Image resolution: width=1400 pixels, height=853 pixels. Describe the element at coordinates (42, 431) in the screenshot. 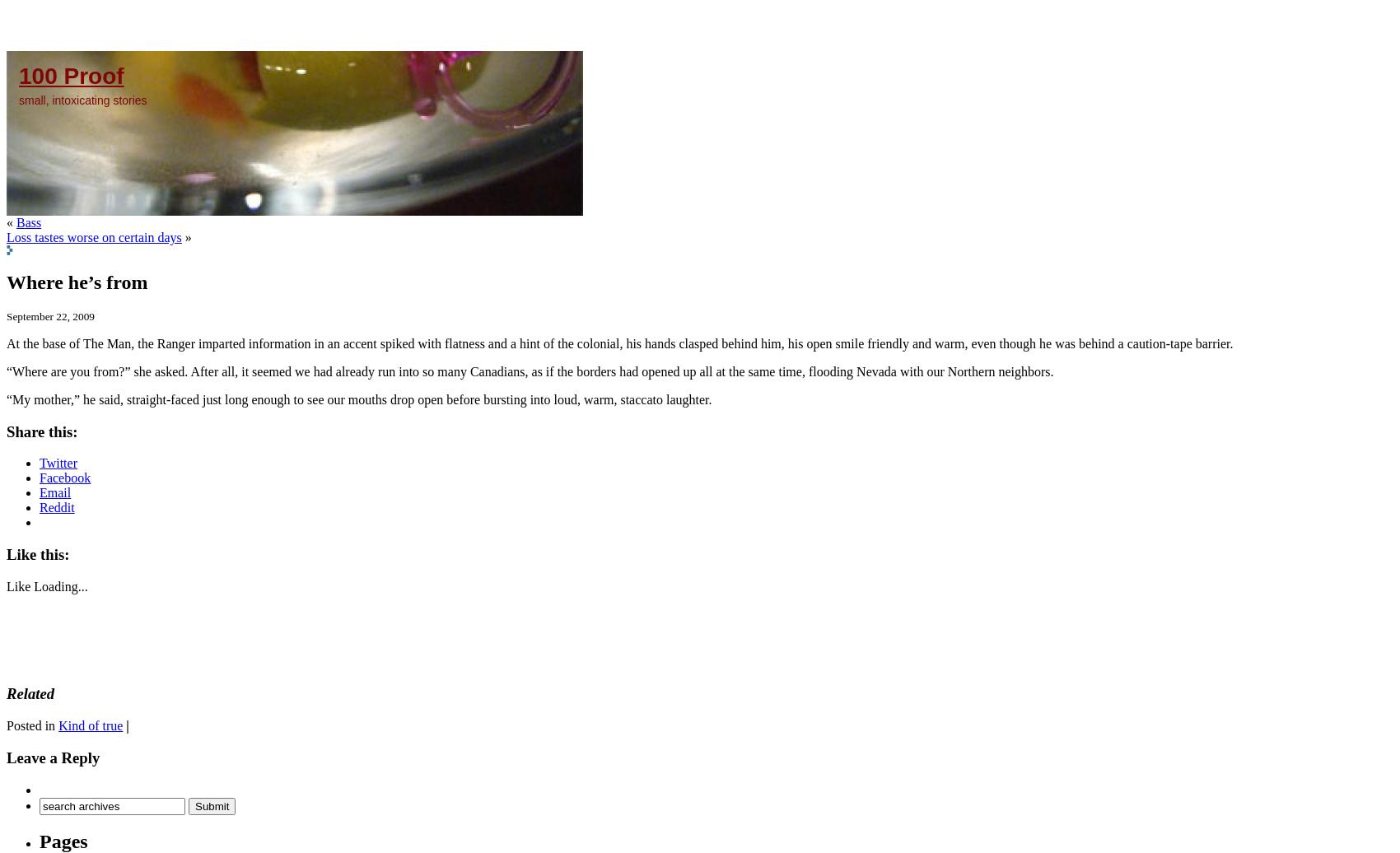

I see `'Share this:'` at that location.